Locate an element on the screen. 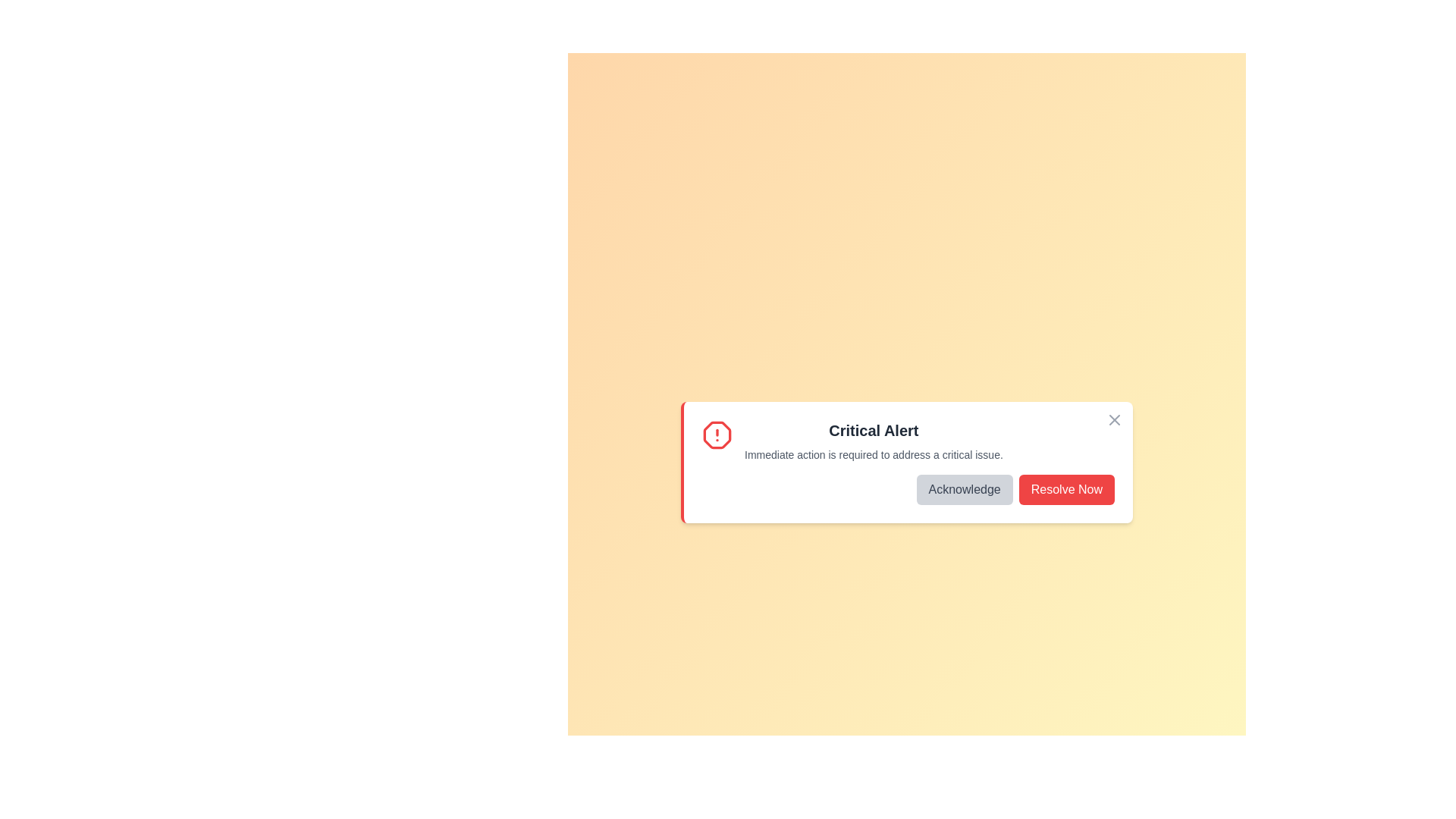 The height and width of the screenshot is (819, 1456). 'Resolve Now' button to resolve the issue is located at coordinates (1065, 489).